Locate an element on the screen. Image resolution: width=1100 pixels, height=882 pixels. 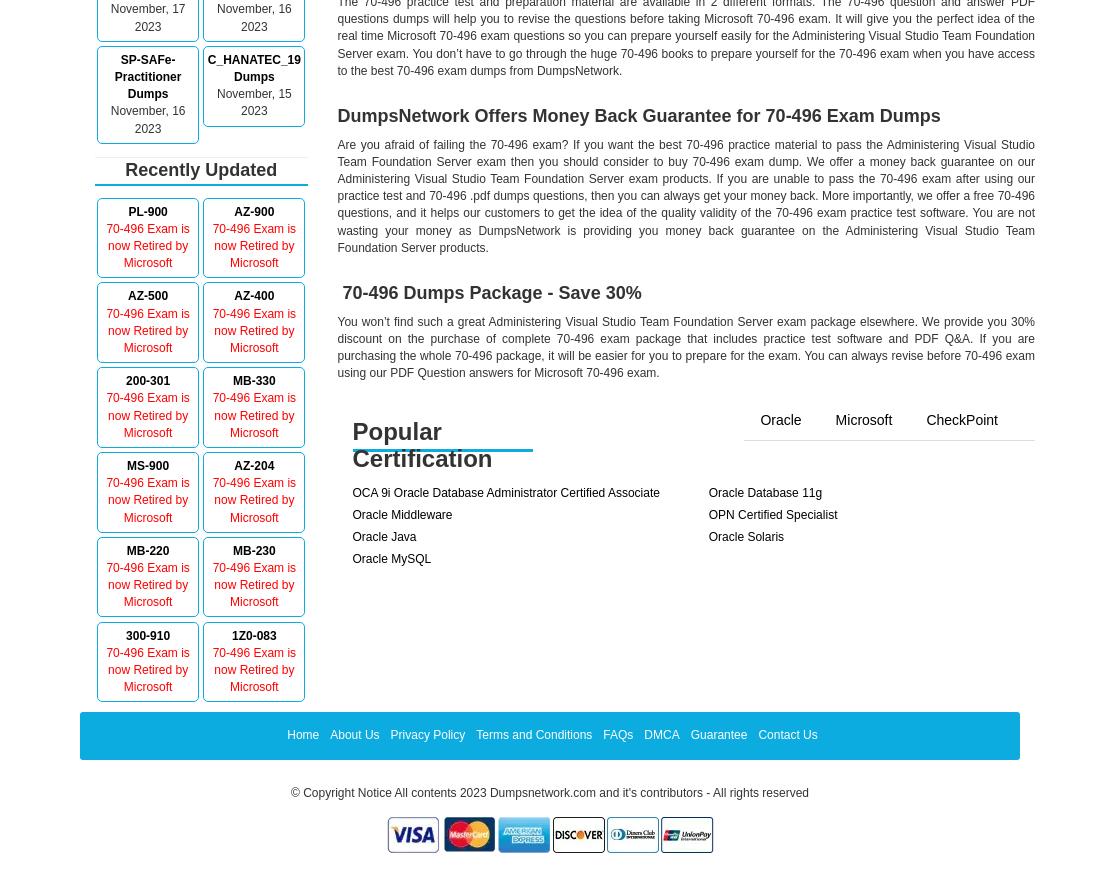
'DumpsNetwork Offers Money Back Guarantee for 70-496 Exam Dumps' is located at coordinates (638, 114).